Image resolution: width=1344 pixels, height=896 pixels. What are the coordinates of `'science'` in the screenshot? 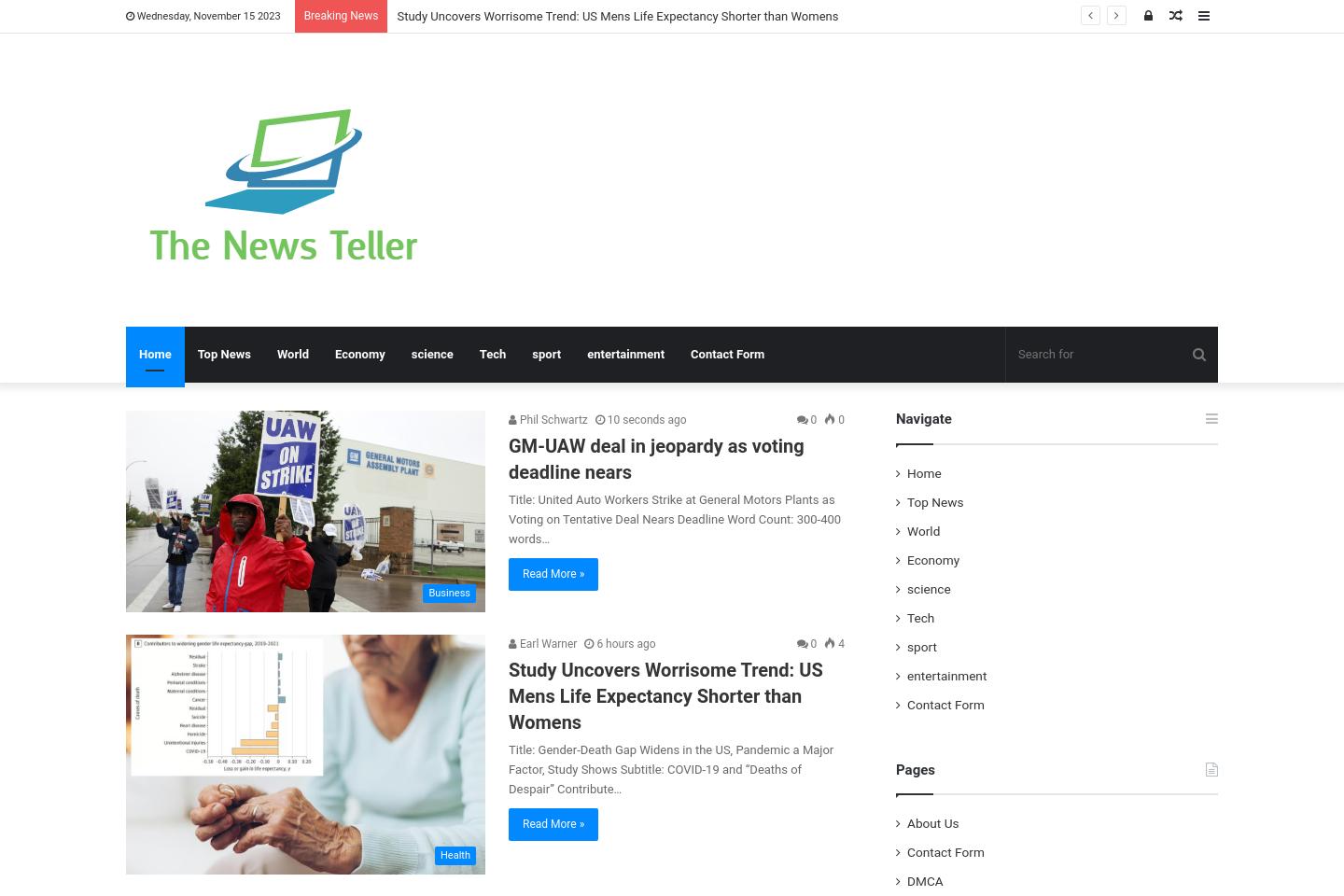 It's located at (928, 586).